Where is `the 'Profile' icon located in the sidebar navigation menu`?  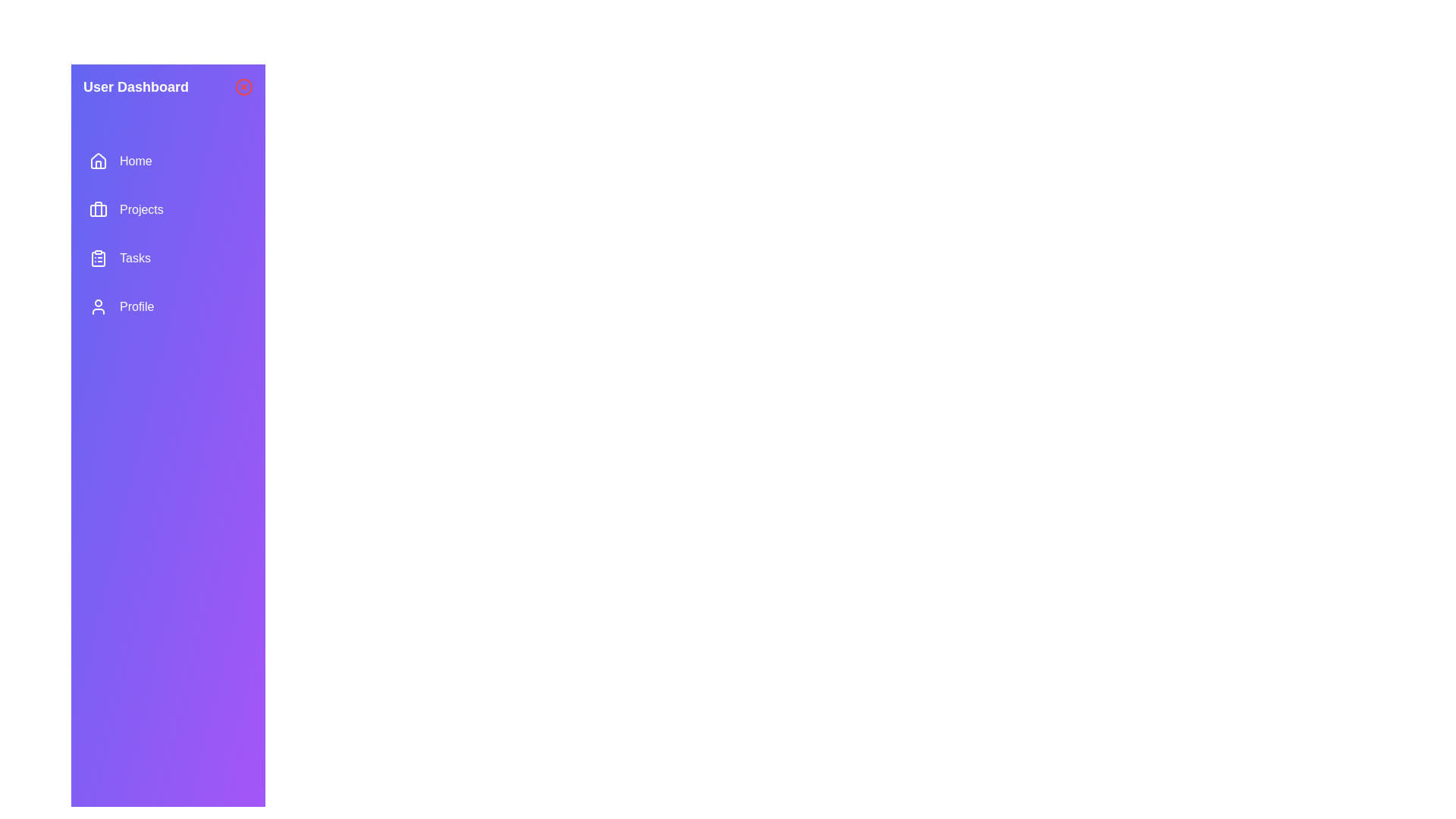
the 'Profile' icon located in the sidebar navigation menu is located at coordinates (97, 307).